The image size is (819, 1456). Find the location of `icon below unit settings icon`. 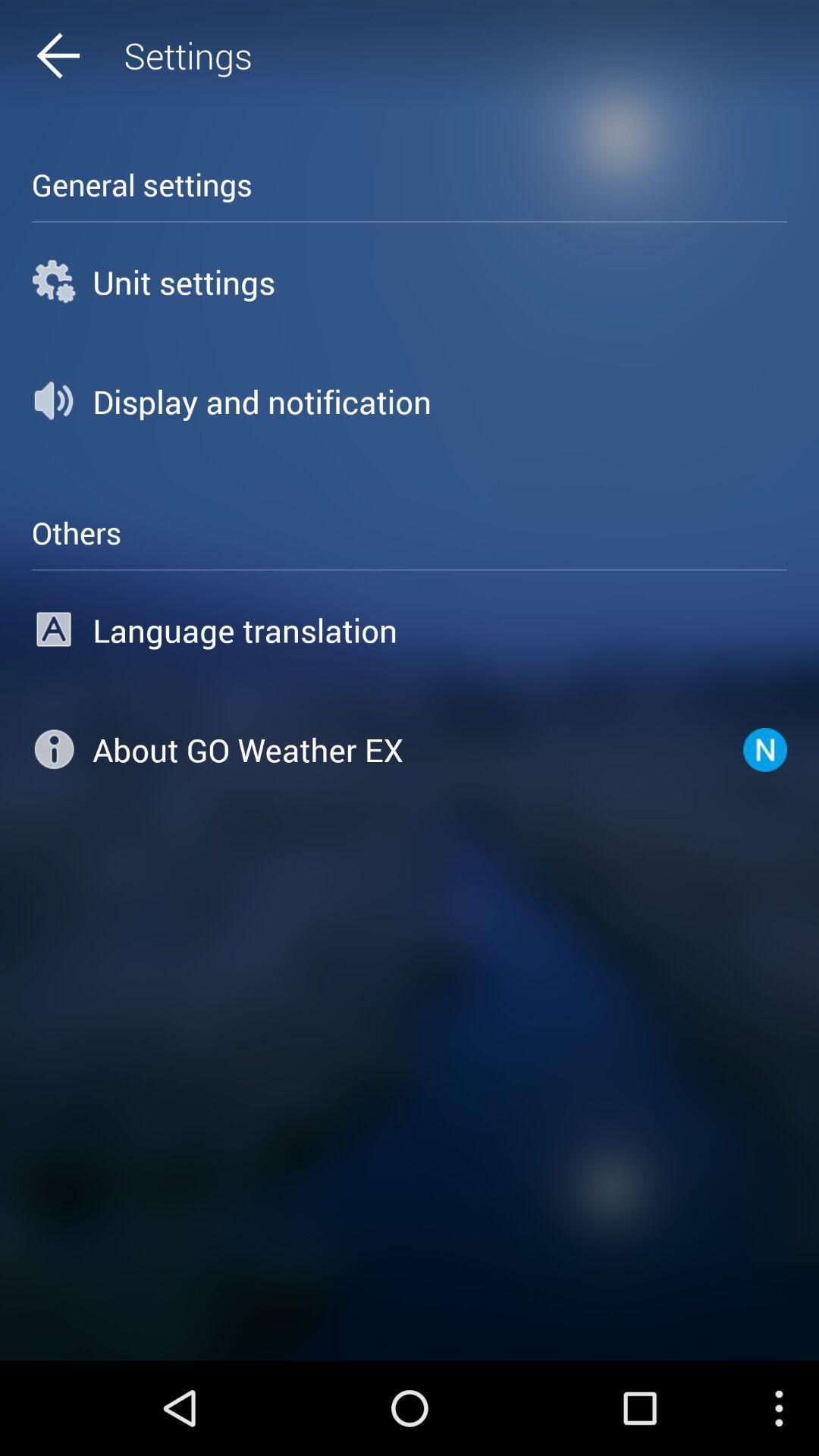

icon below unit settings icon is located at coordinates (409, 401).